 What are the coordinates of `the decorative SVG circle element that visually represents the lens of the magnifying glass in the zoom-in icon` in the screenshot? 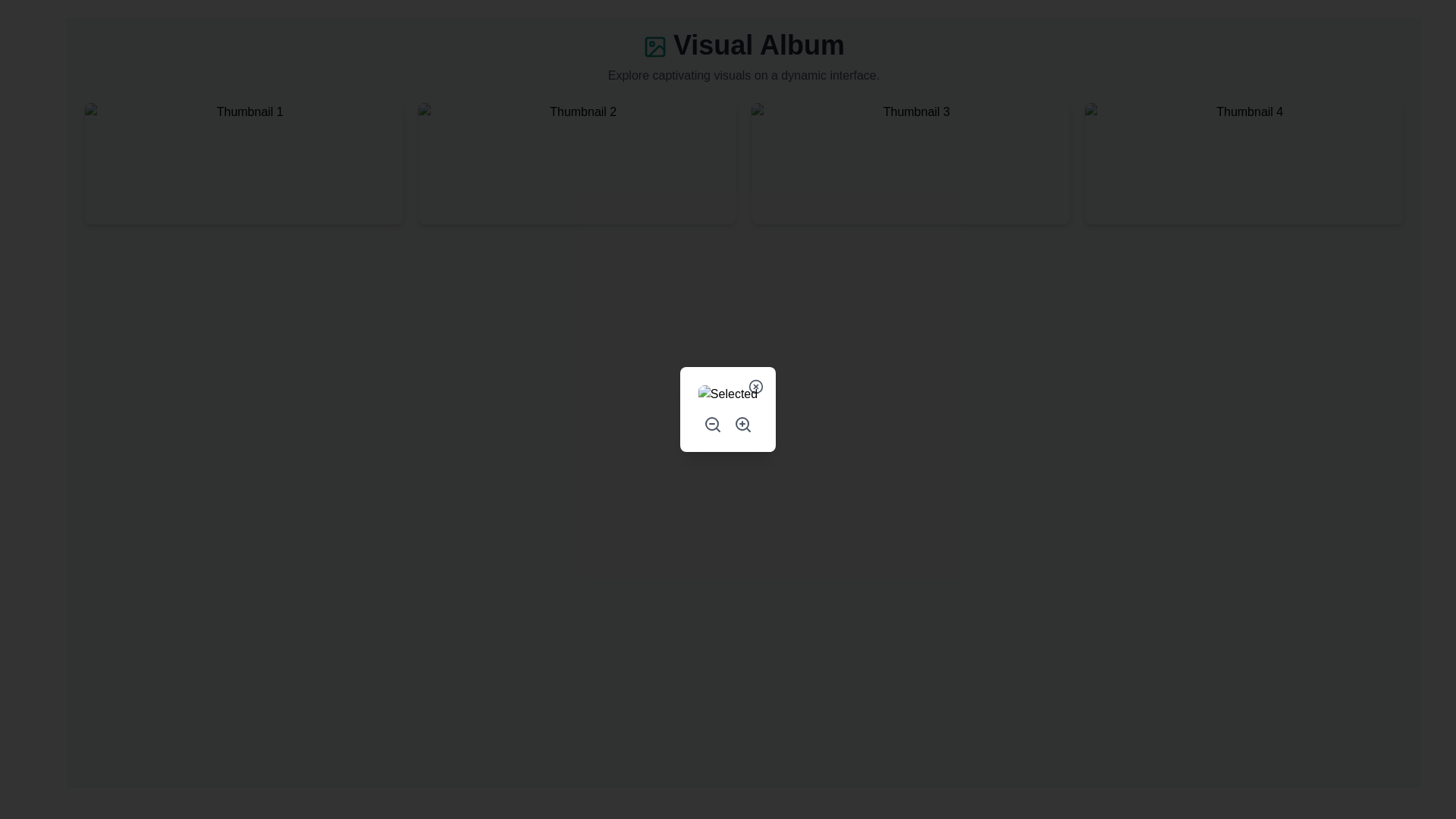 It's located at (742, 424).